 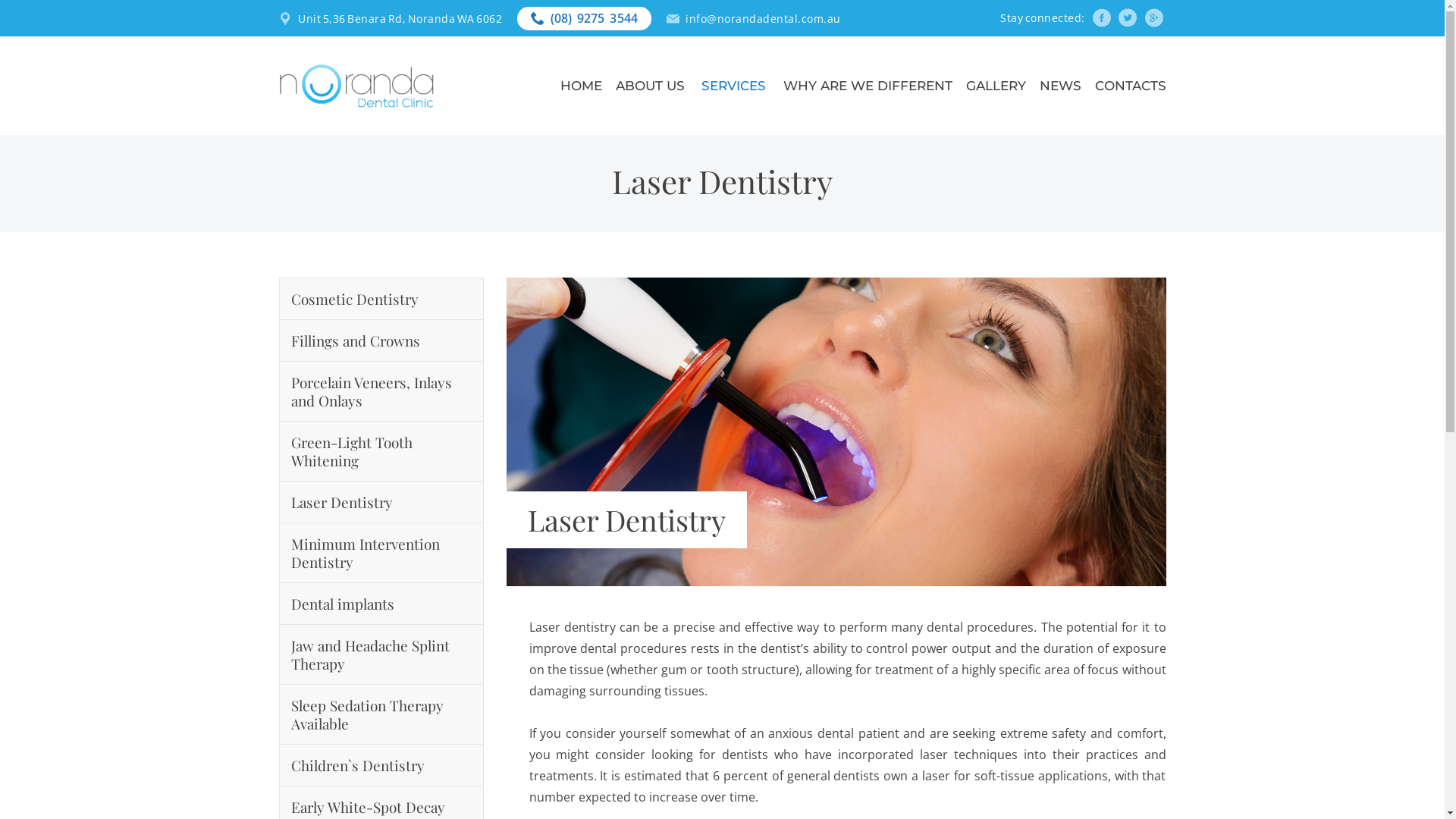 I want to click on 'ABOUT US', so click(x=651, y=85).